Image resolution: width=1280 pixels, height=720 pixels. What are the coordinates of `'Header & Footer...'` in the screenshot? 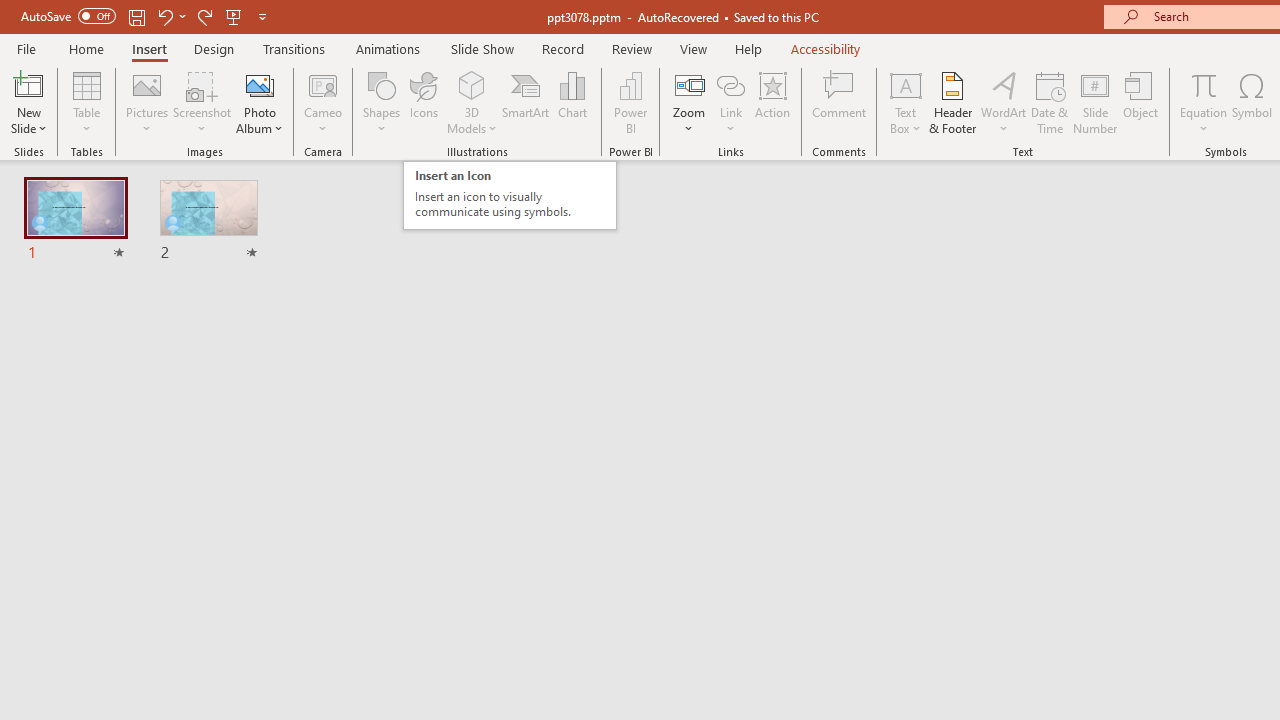 It's located at (951, 103).